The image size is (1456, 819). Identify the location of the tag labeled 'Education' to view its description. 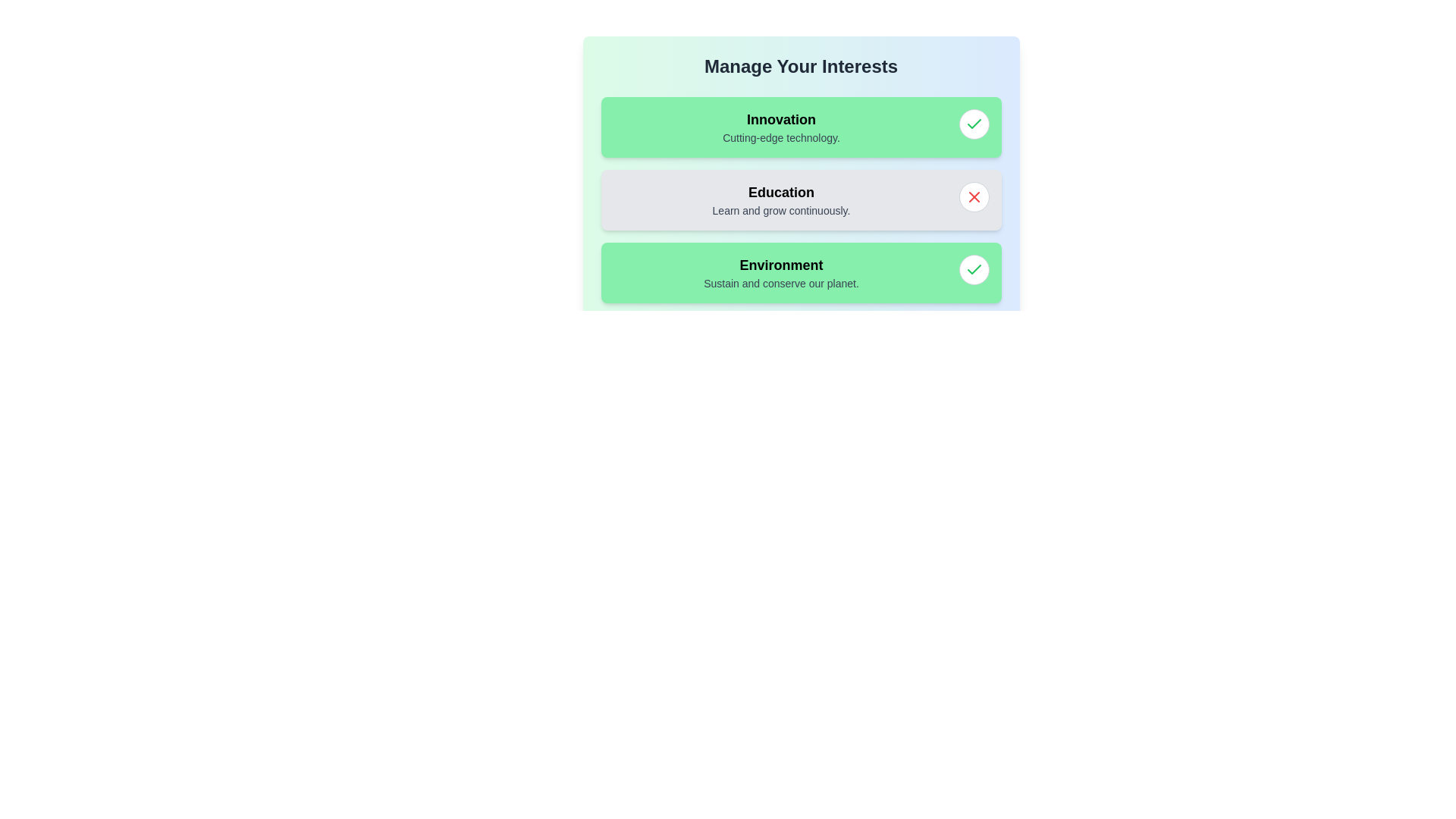
(781, 199).